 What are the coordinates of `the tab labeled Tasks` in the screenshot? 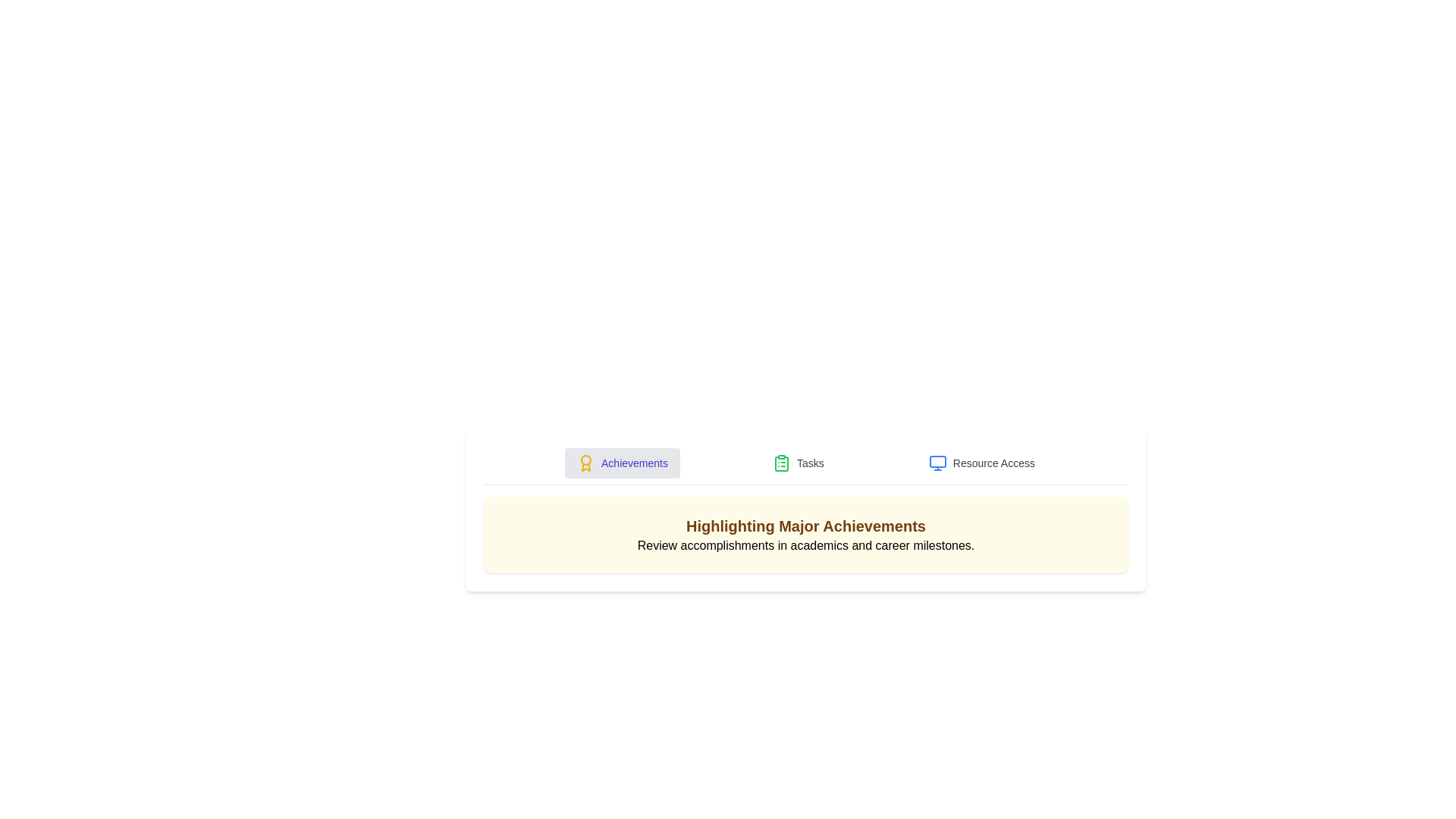 It's located at (797, 462).